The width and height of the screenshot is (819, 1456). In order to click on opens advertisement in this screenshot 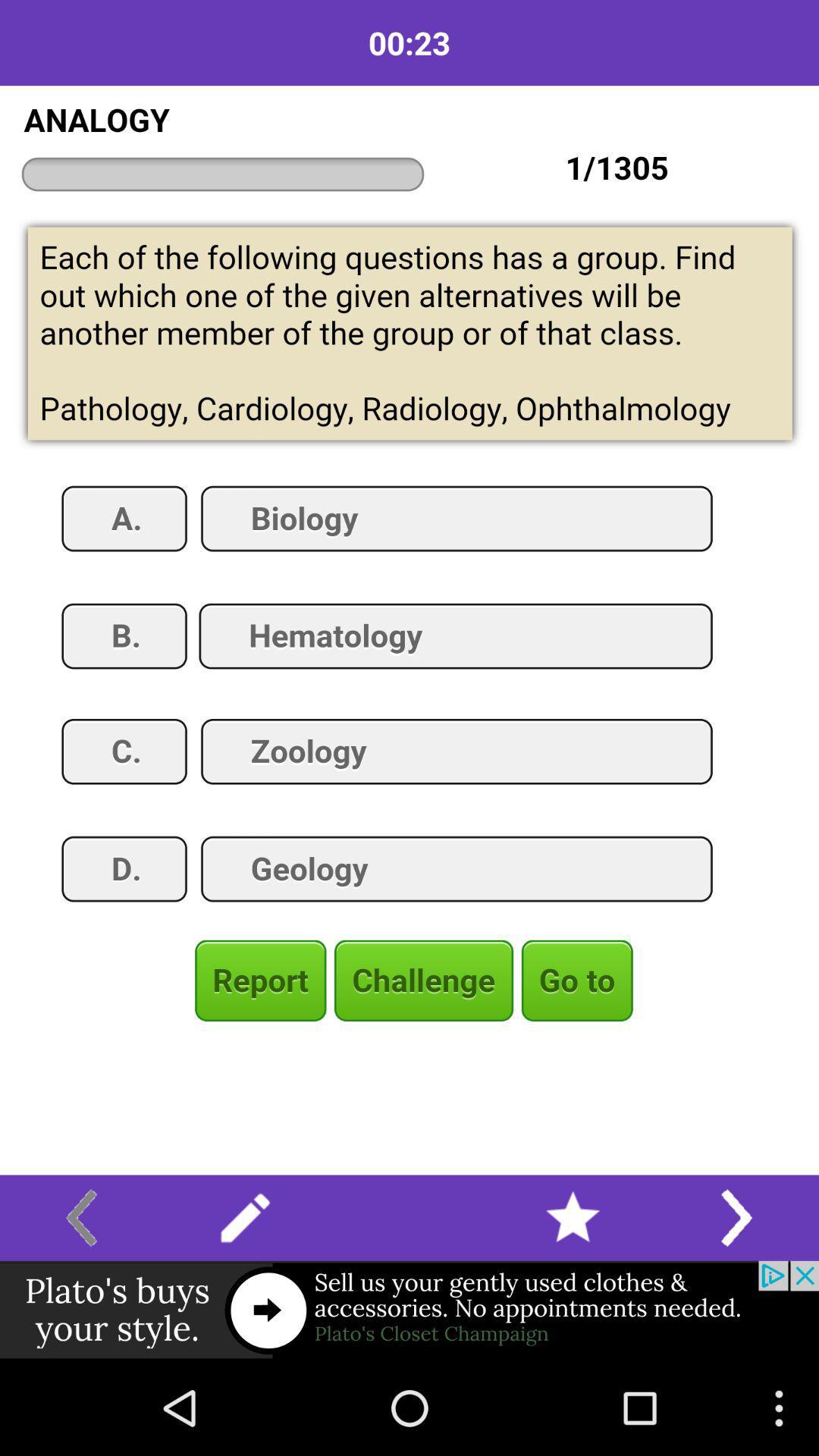, I will do `click(409, 1310)`.